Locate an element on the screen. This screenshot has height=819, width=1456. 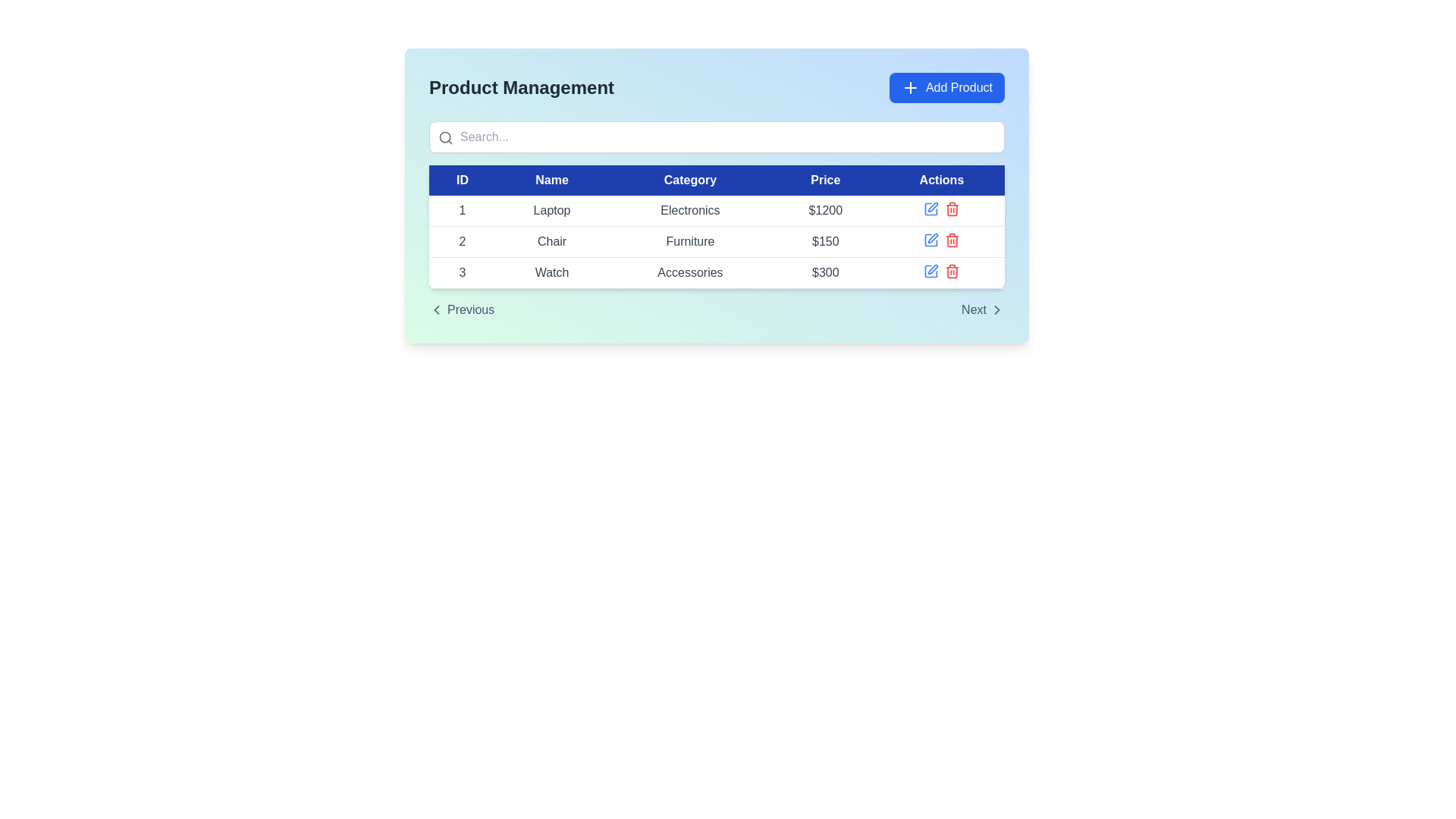
the pen icon button in the 'Actions' column of the first row in the product management table is located at coordinates (932, 207).